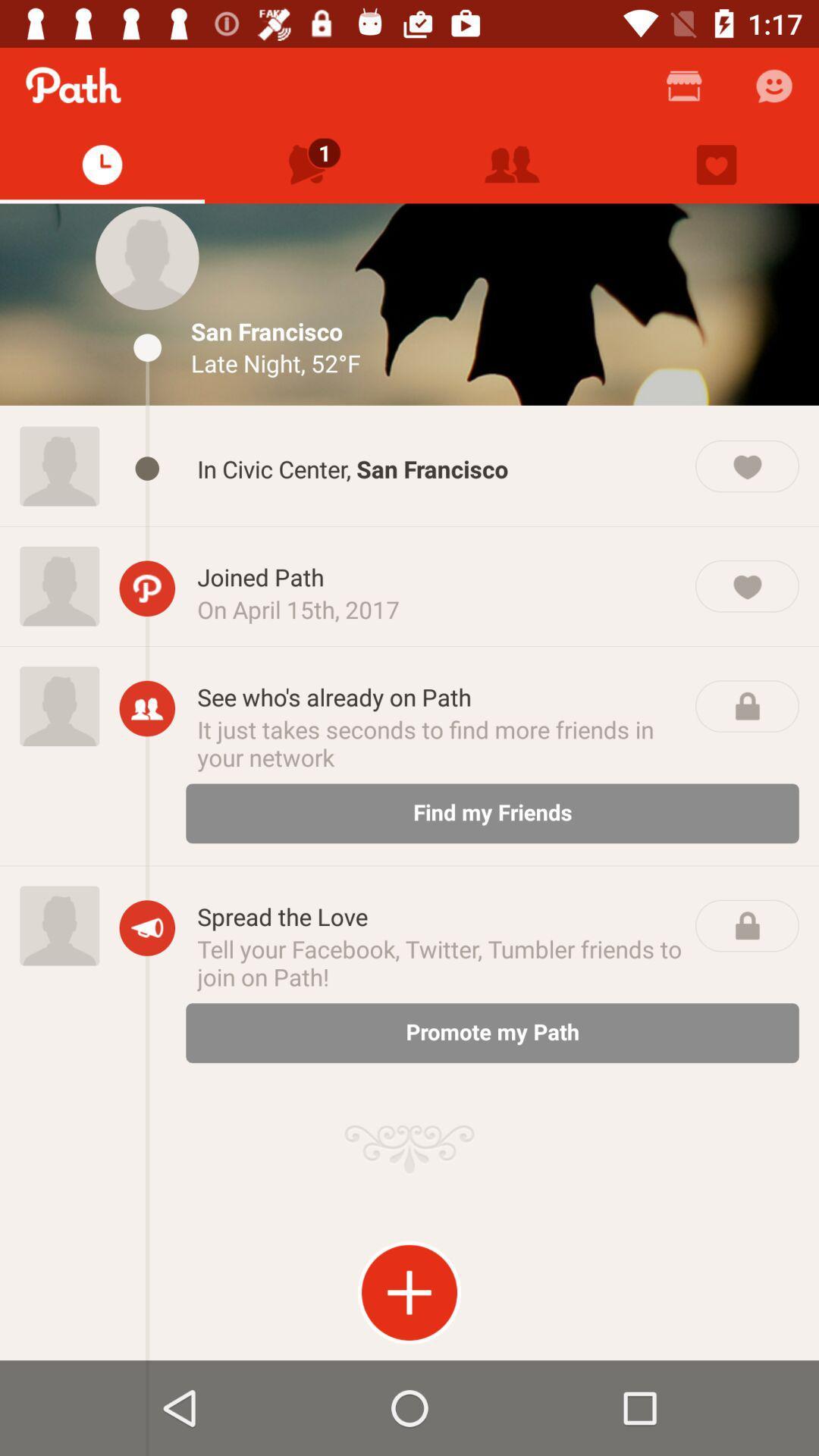  I want to click on second lock button from top, so click(746, 924).